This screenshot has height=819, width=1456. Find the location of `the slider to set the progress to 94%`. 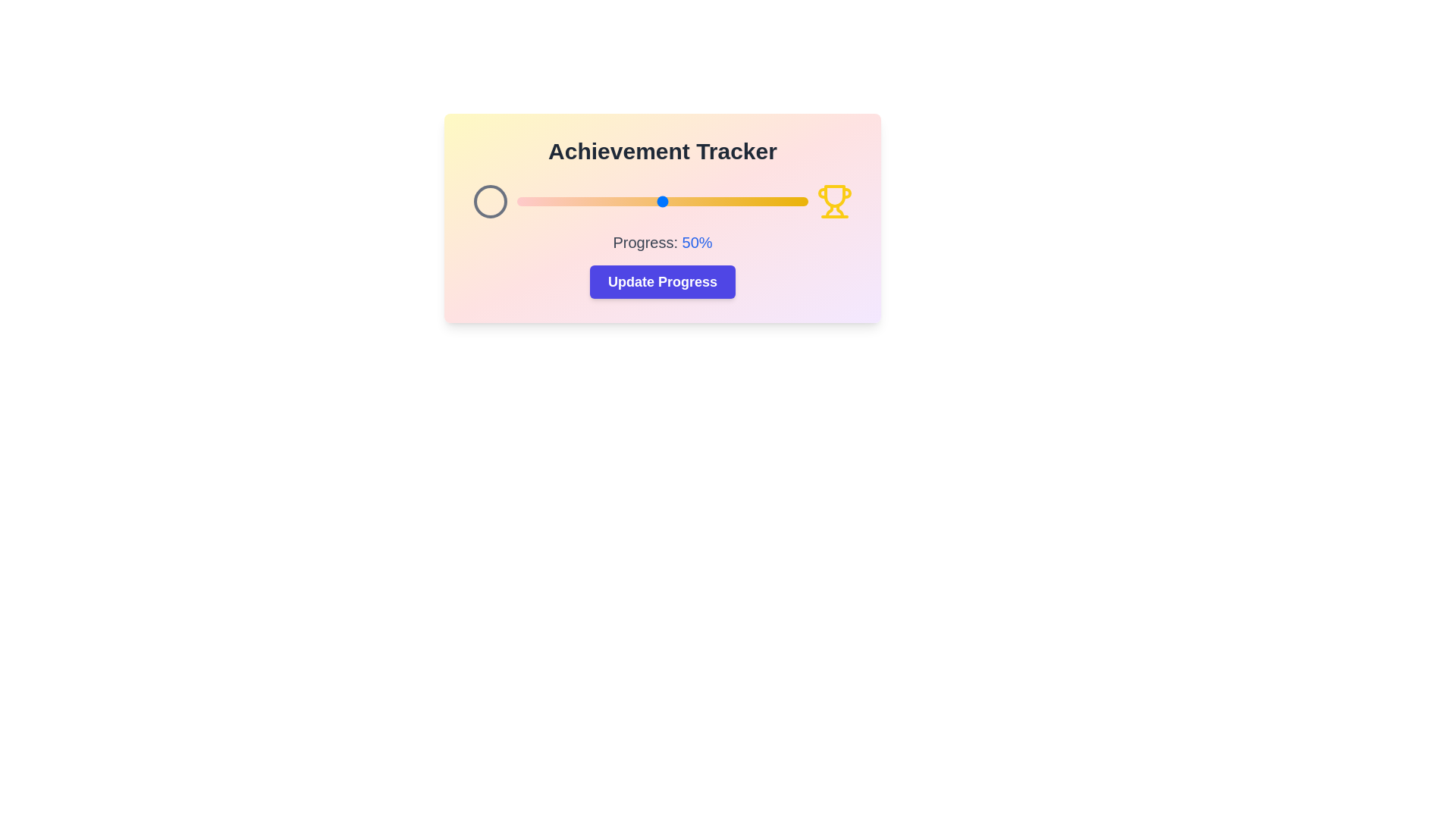

the slider to set the progress to 94% is located at coordinates (789, 201).